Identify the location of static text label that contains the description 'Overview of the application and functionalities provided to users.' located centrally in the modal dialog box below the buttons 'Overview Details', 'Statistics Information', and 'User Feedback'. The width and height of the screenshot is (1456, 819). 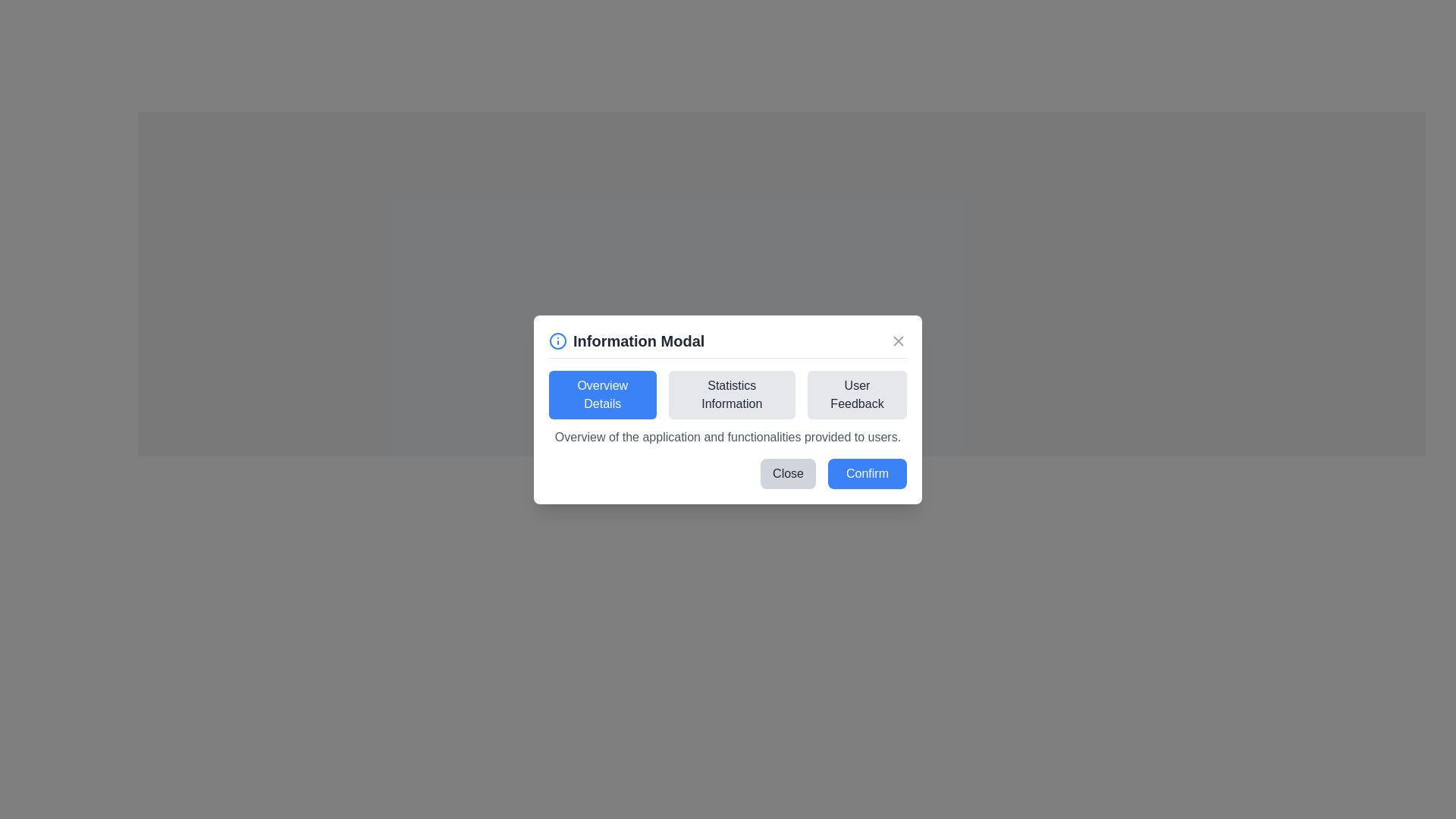
(728, 437).